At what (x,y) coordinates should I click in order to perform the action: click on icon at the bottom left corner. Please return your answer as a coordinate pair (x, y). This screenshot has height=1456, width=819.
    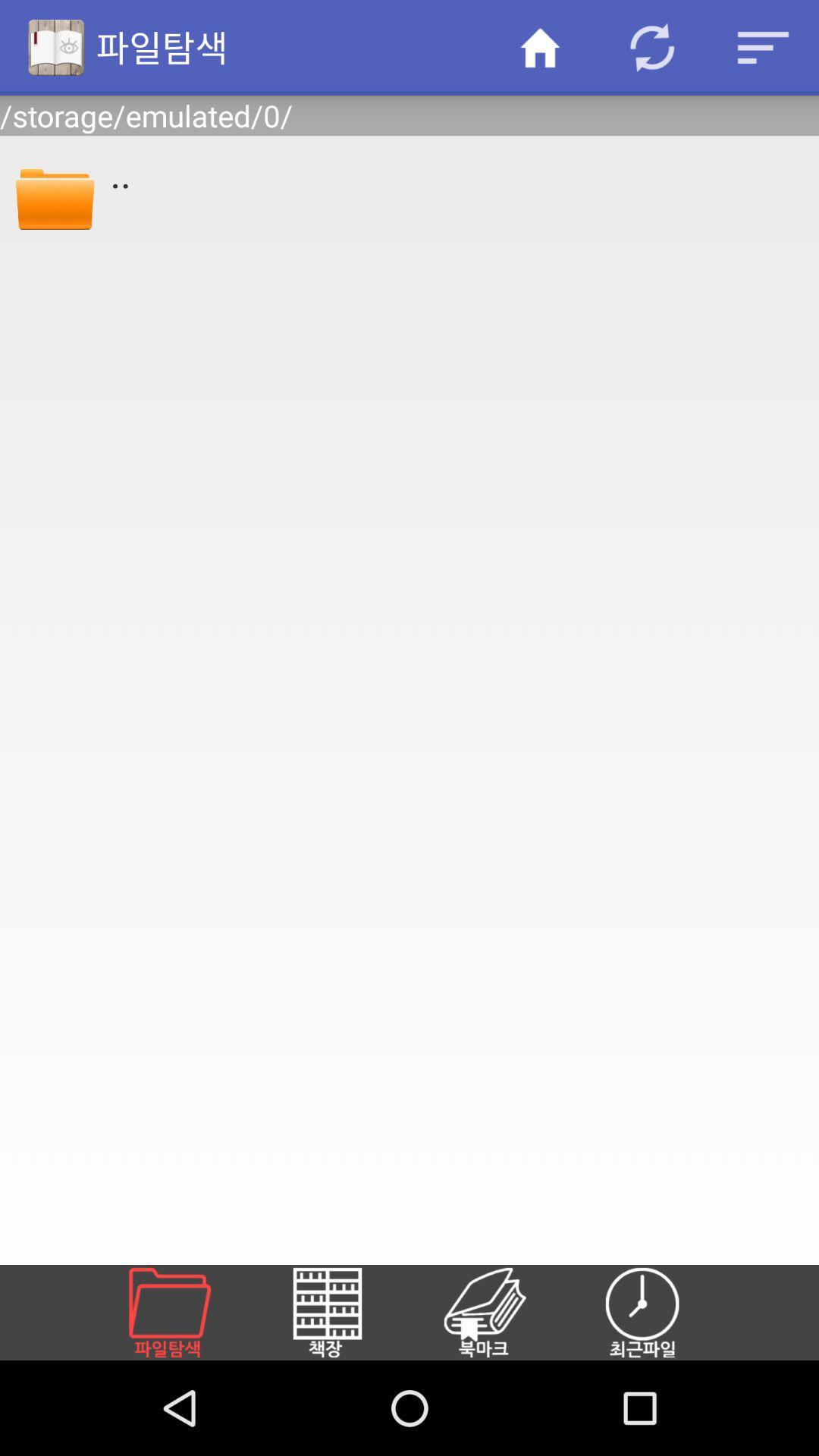
    Looking at the image, I should click on (187, 1312).